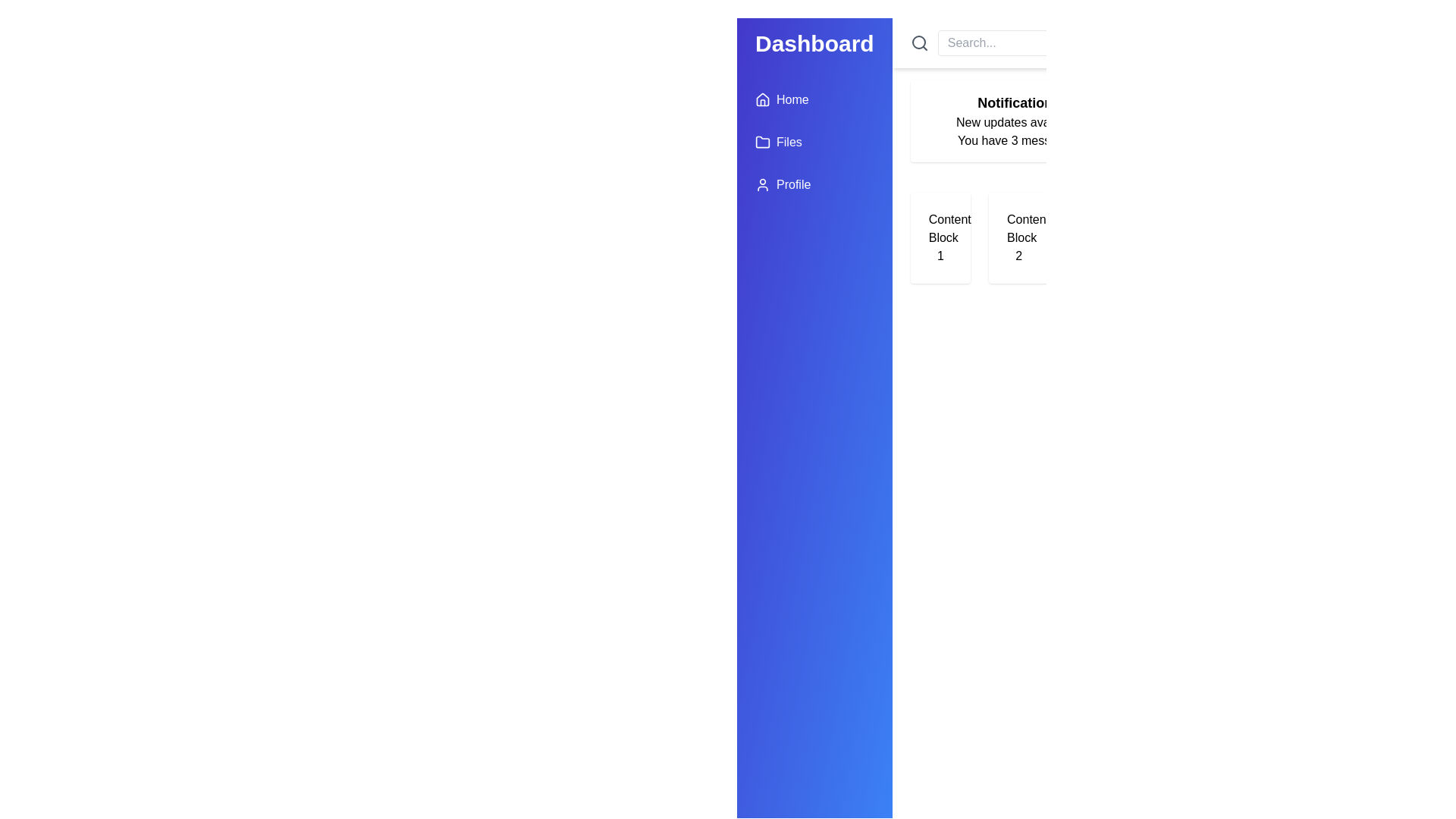 The width and height of the screenshot is (1456, 819). What do you see at coordinates (1018, 130) in the screenshot?
I see `the static text display element that shows 'New updates available.' and 'You have 3 messages.' located below the 'Notifications' heading` at bounding box center [1018, 130].